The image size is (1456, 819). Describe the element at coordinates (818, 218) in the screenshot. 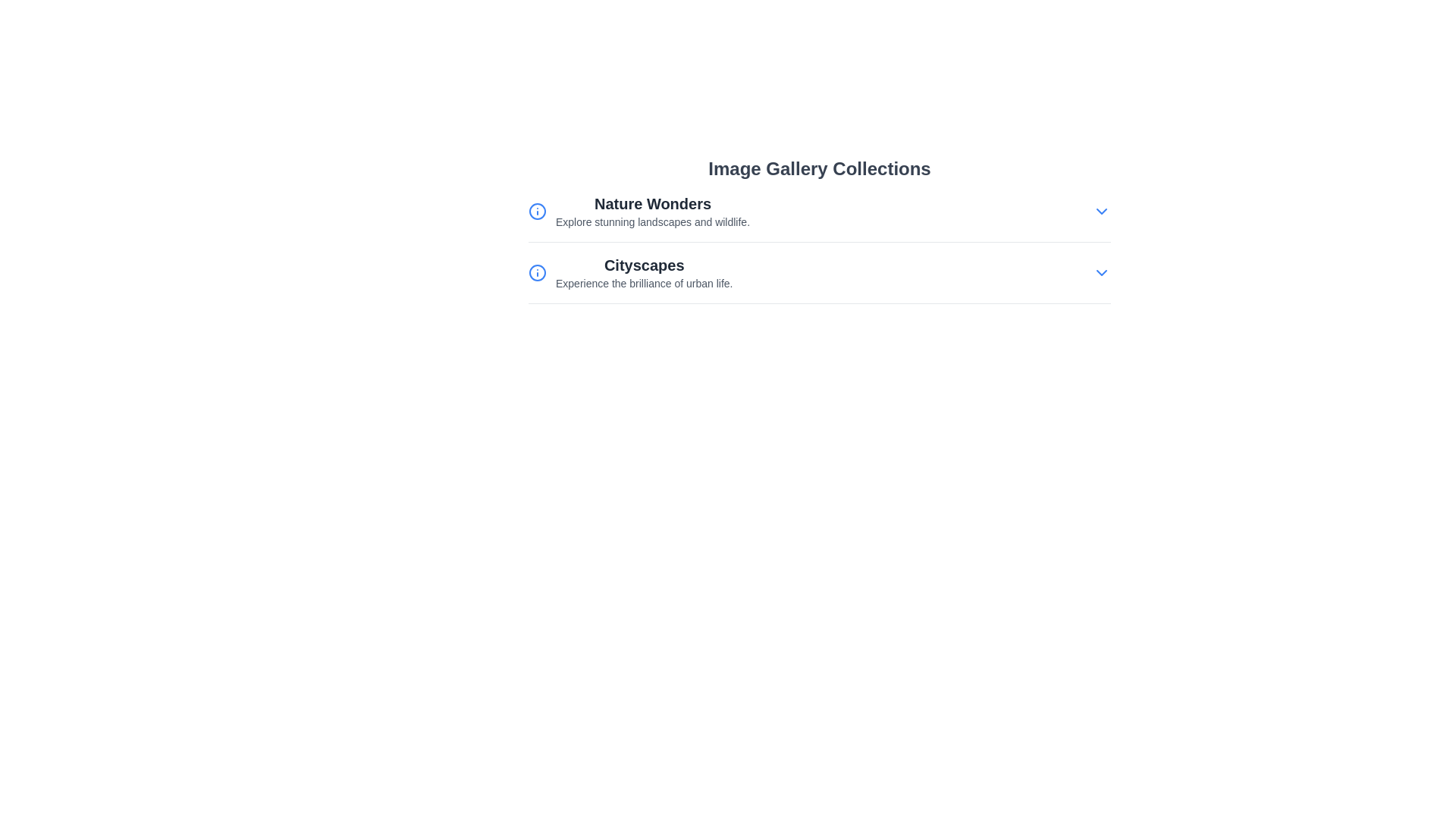

I see `the expandable list item located below the title 'Image Gallery Collections'` at that location.